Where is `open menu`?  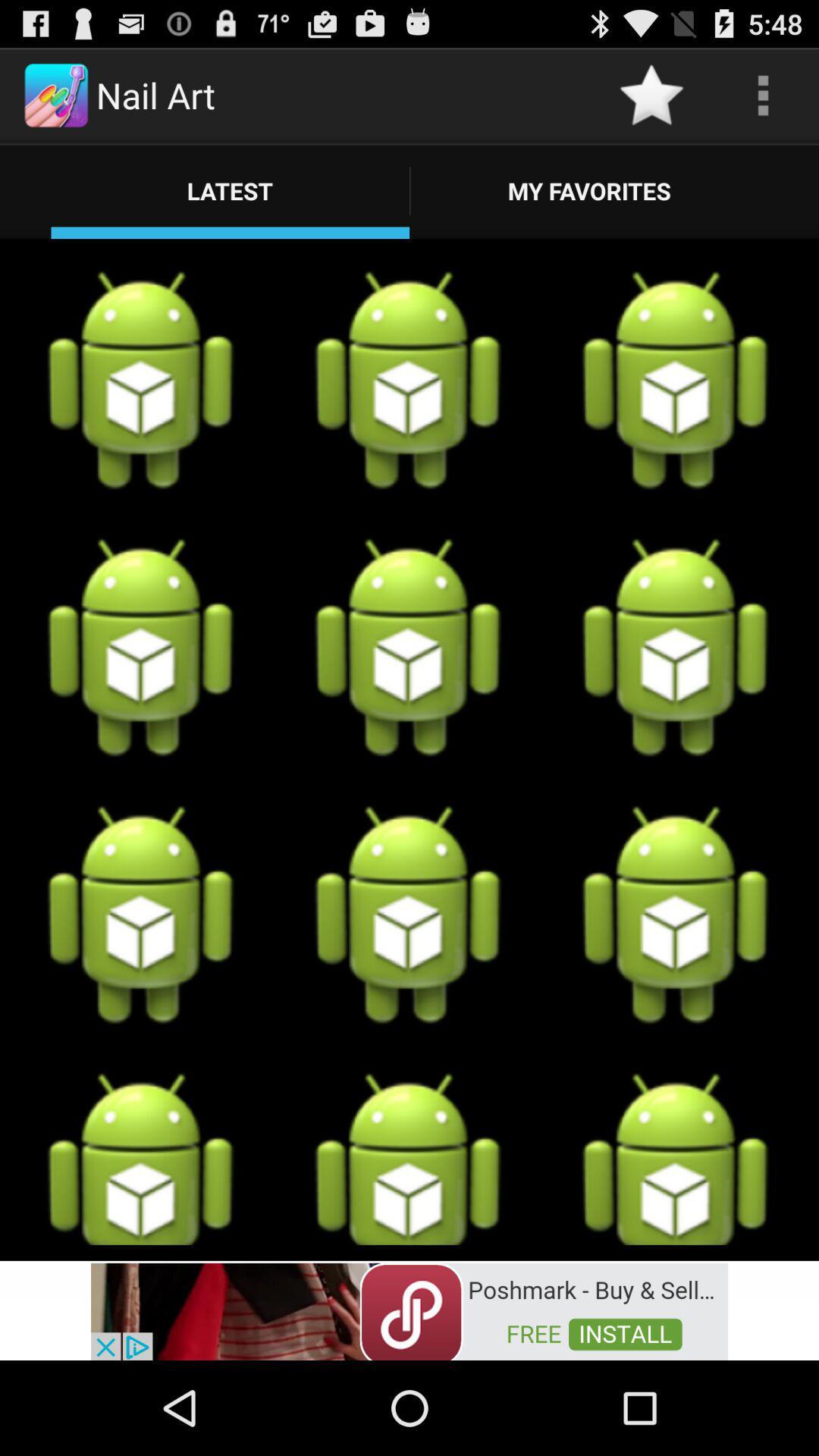 open menu is located at coordinates (763, 94).